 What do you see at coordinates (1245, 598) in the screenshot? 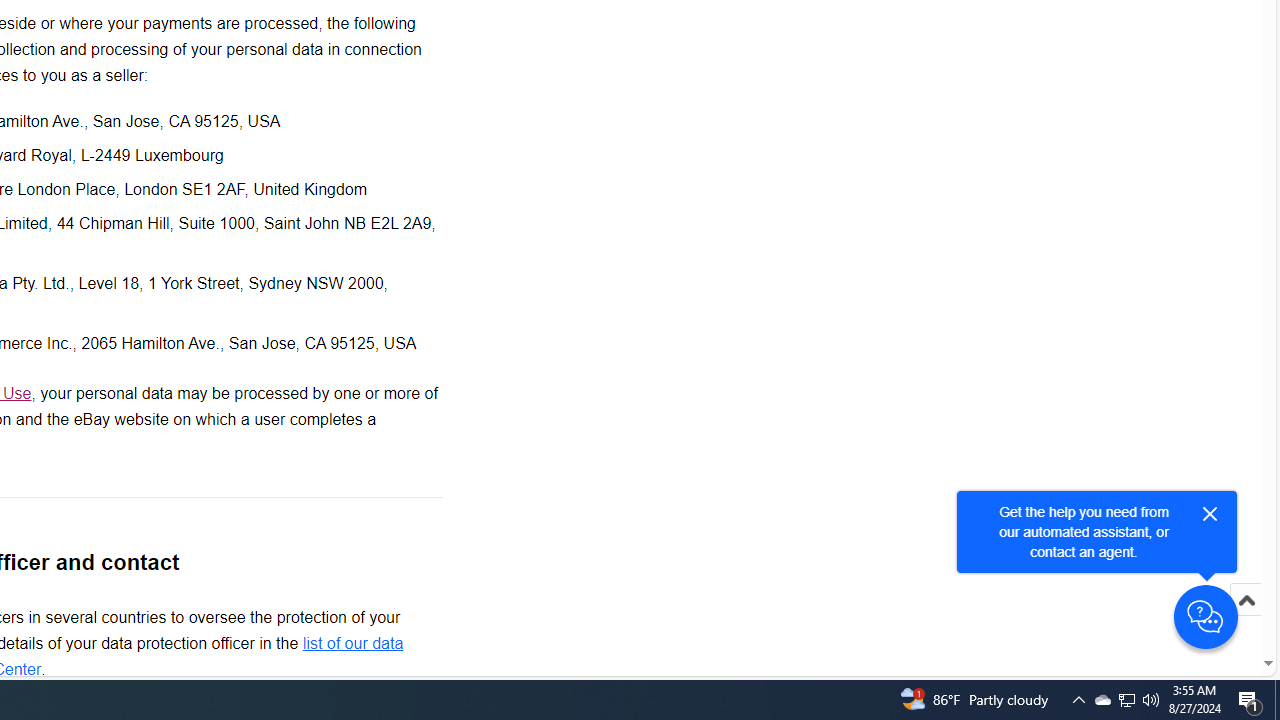
I see `'Scroll to top'` at bounding box center [1245, 598].